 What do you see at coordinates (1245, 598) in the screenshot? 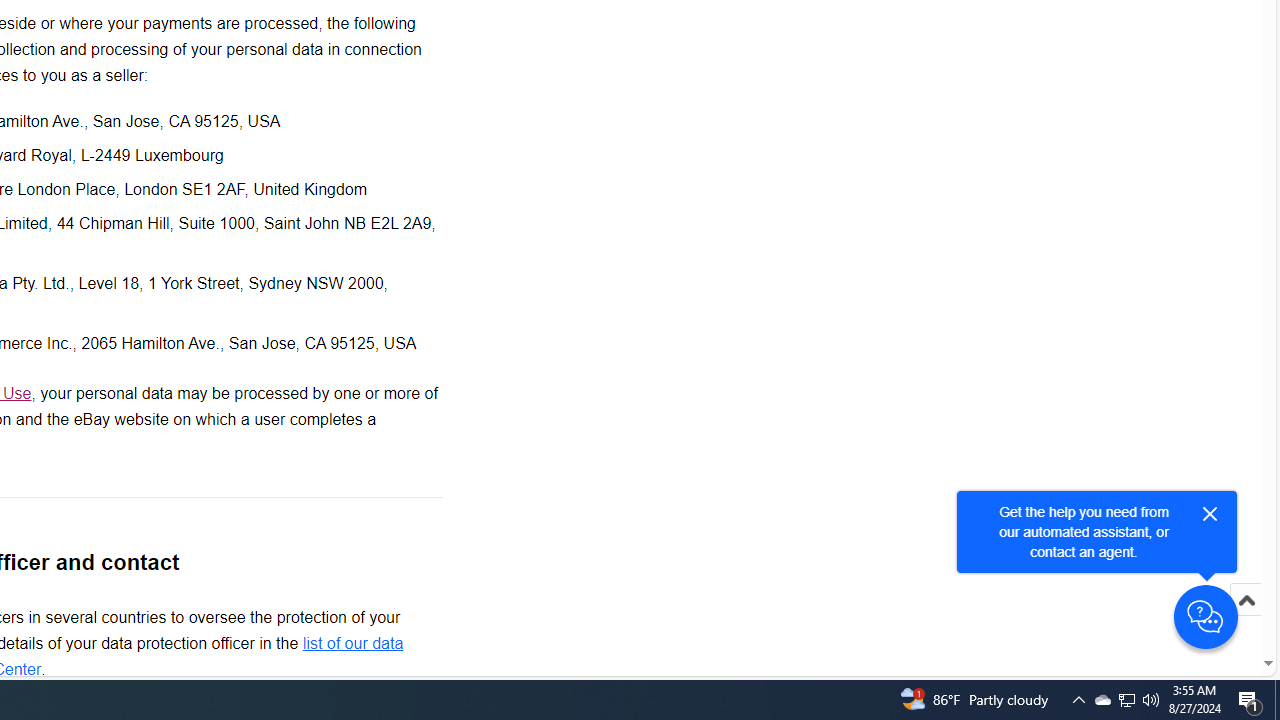
I see `'Scroll to top'` at bounding box center [1245, 598].